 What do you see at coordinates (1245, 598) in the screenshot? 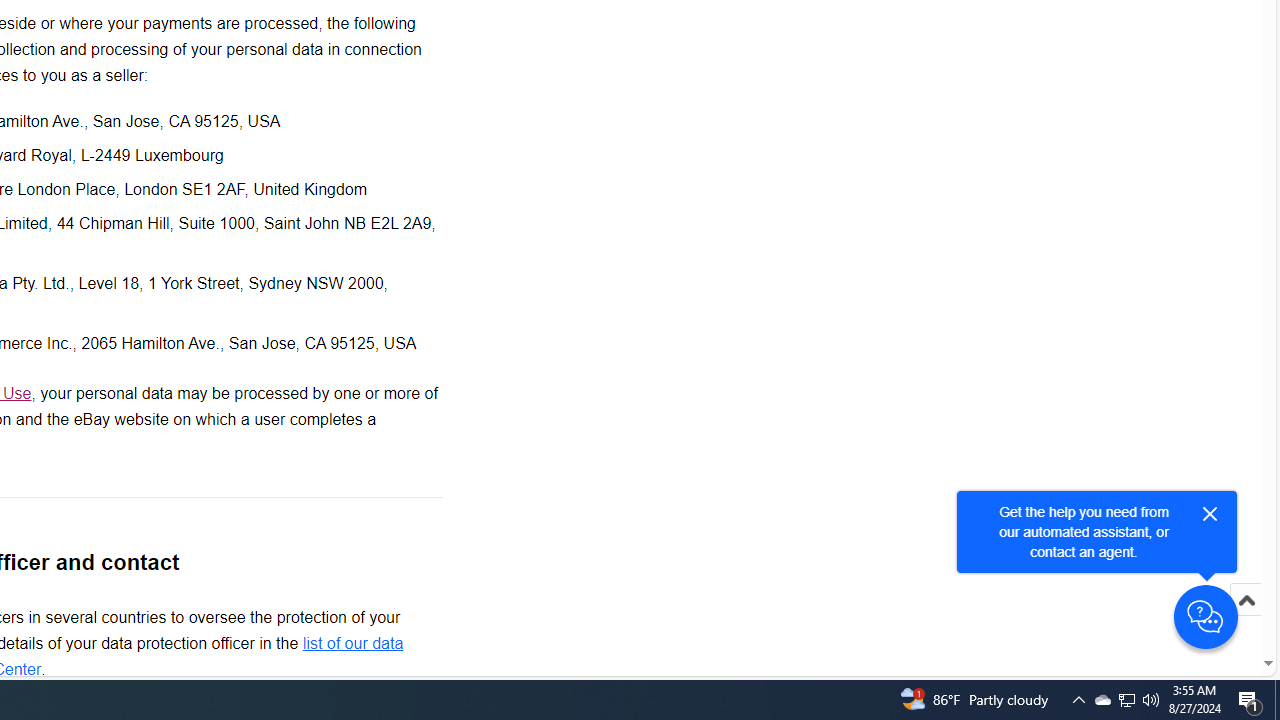
I see `'Scroll to top'` at bounding box center [1245, 598].